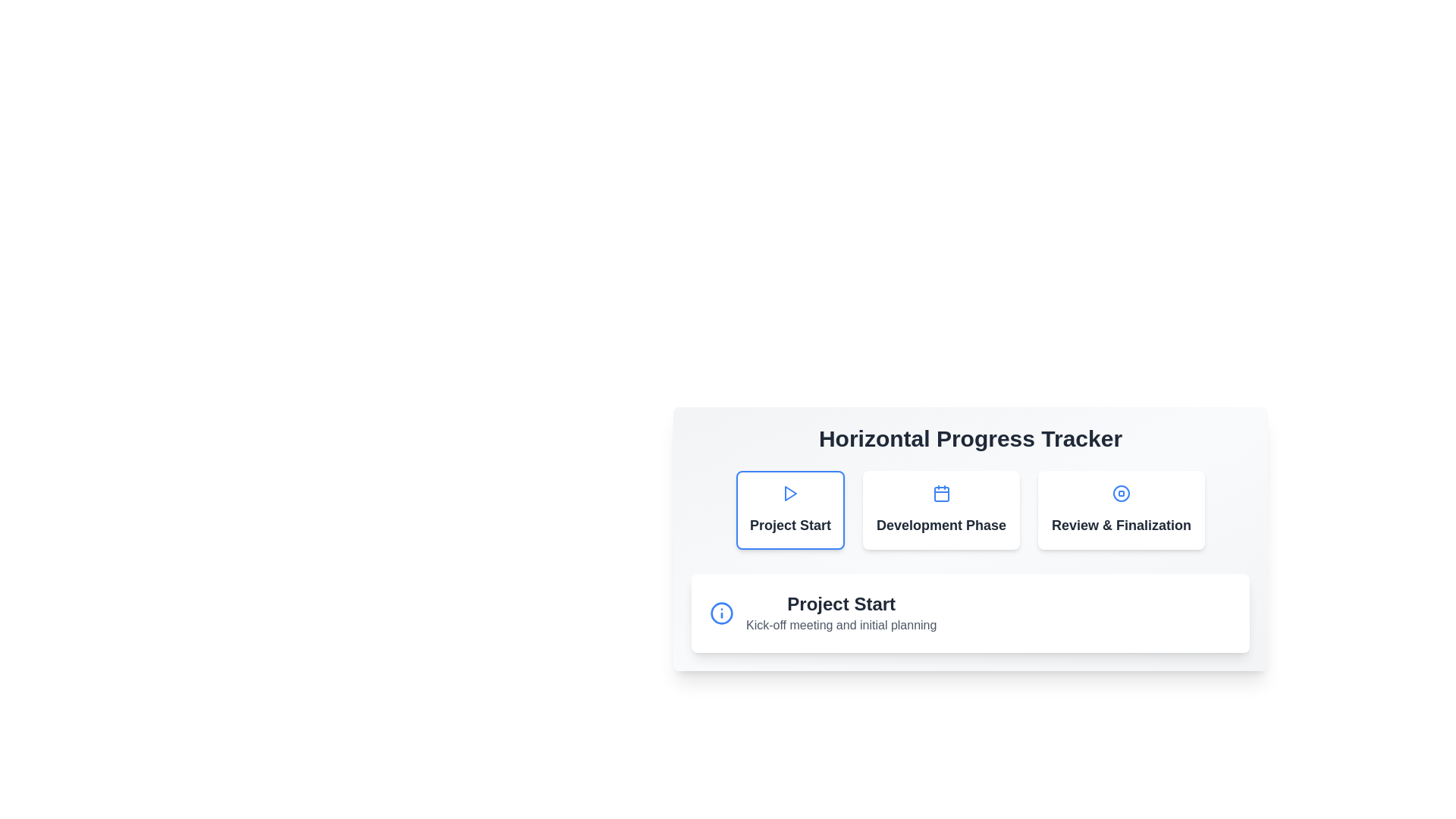 Image resolution: width=1456 pixels, height=819 pixels. Describe the element at coordinates (971, 538) in the screenshot. I see `the Progress Indicator located centrally below the title 'Horizontal Progress Tracker'` at that location.